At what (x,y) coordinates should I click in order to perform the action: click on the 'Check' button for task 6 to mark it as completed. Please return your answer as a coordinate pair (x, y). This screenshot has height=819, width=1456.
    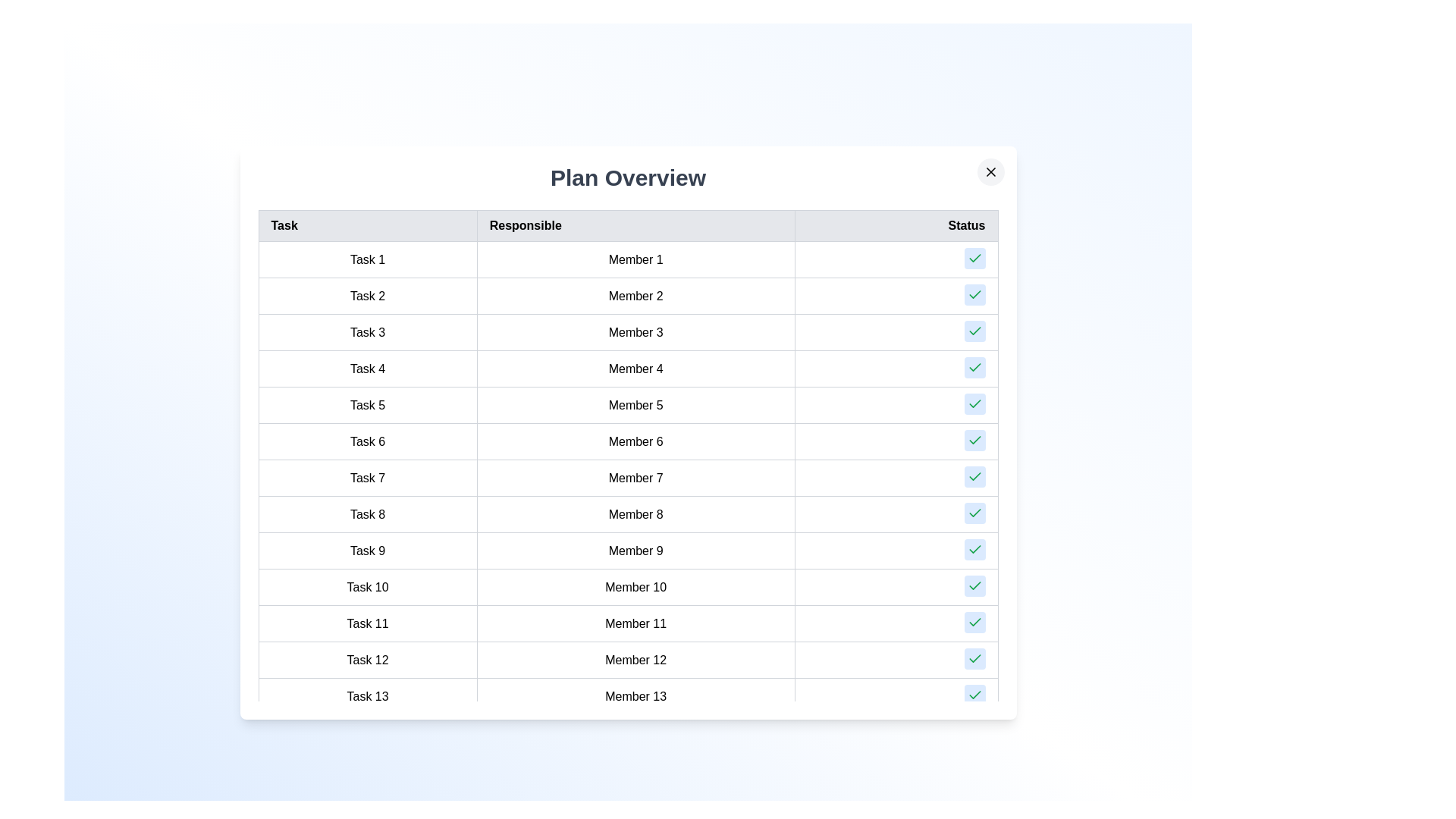
    Looking at the image, I should click on (974, 441).